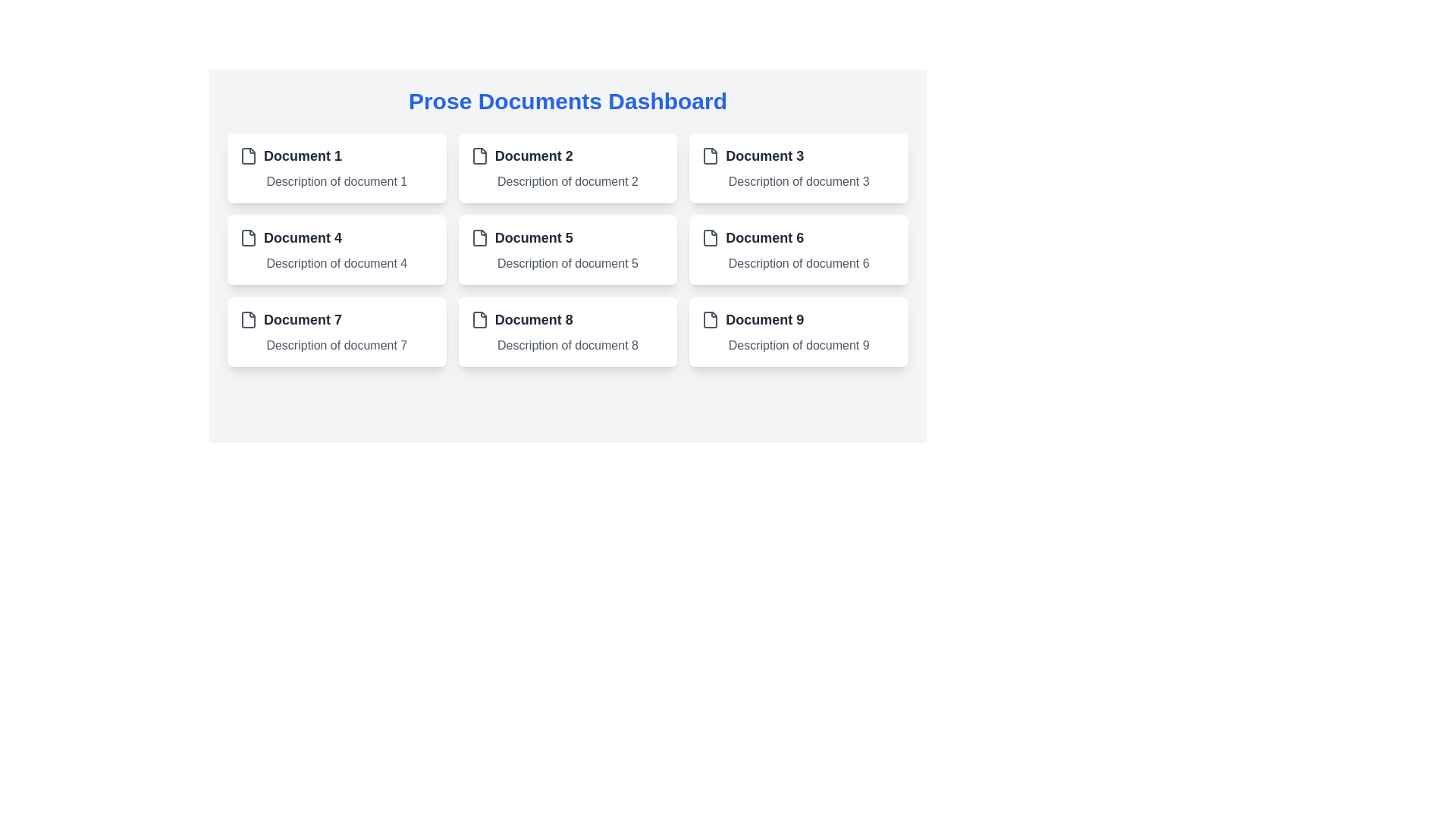  I want to click on title of the fourth document in the dashboard, which is represented by a text label positioned in the second row, first column of the grid layout, so click(303, 237).